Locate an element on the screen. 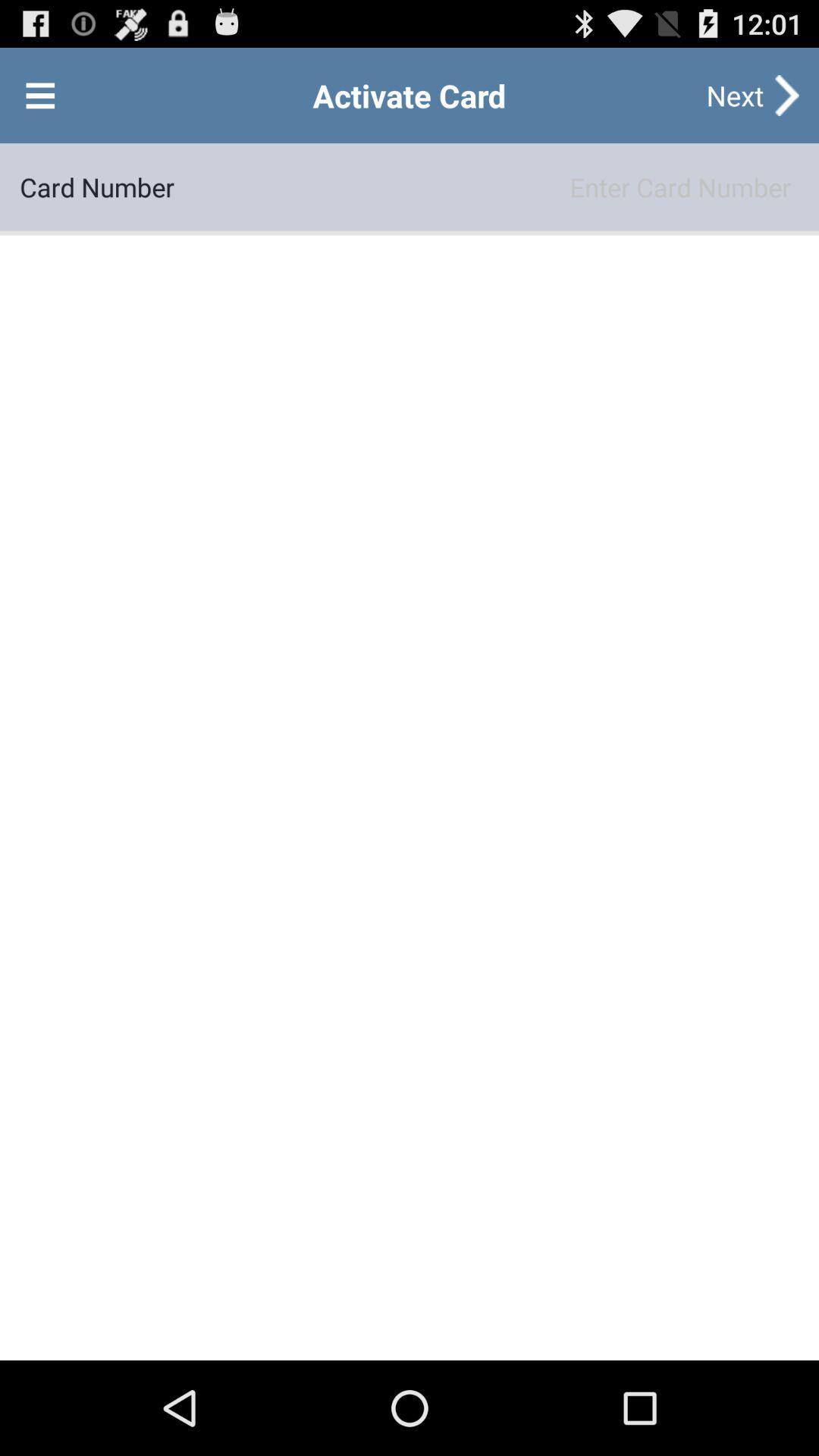  next item is located at coordinates (734, 94).